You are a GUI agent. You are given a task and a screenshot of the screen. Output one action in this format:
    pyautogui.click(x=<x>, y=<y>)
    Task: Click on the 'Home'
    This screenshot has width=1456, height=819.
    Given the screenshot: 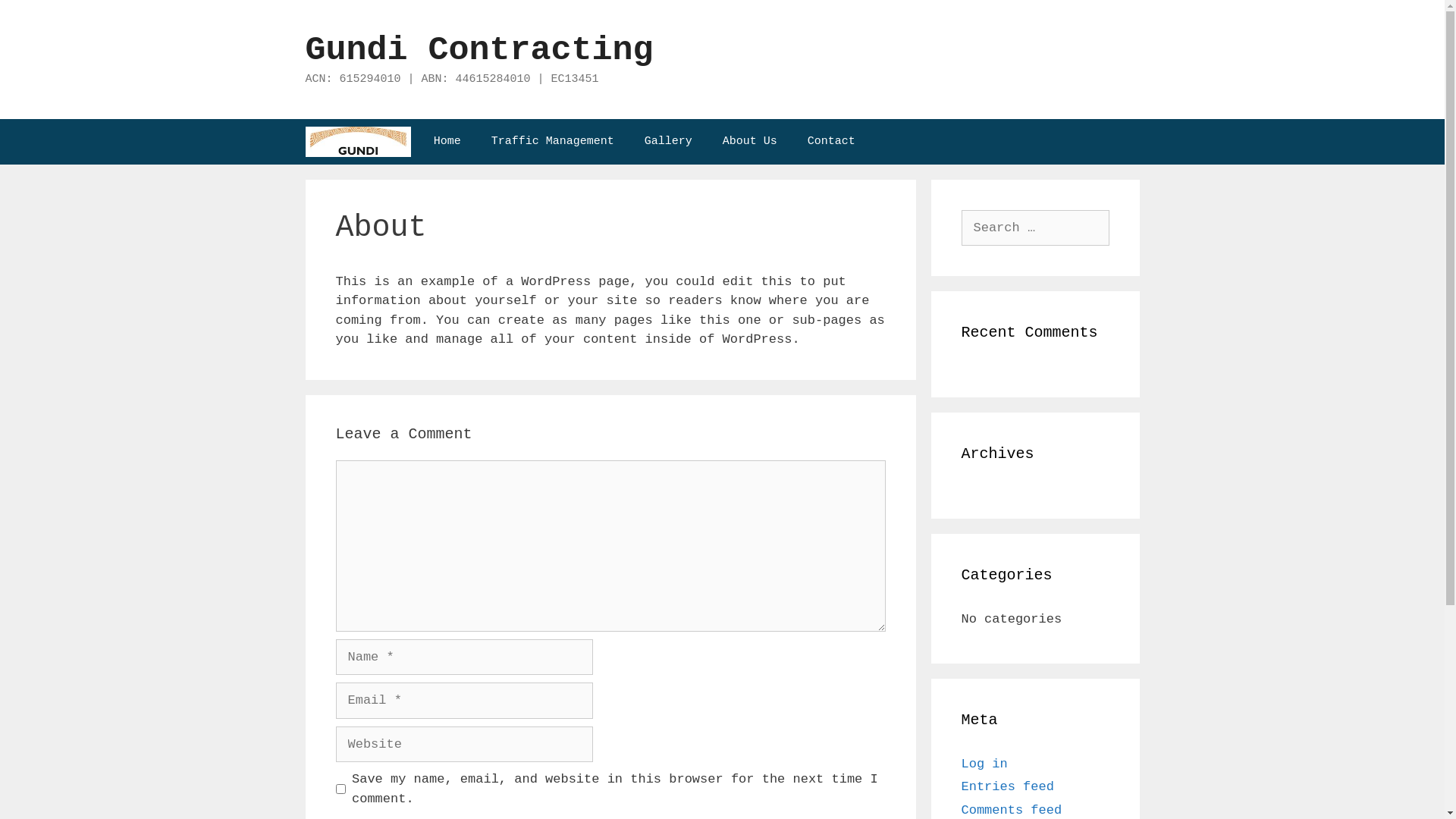 What is the action you would take?
    pyautogui.click(x=447, y=140)
    